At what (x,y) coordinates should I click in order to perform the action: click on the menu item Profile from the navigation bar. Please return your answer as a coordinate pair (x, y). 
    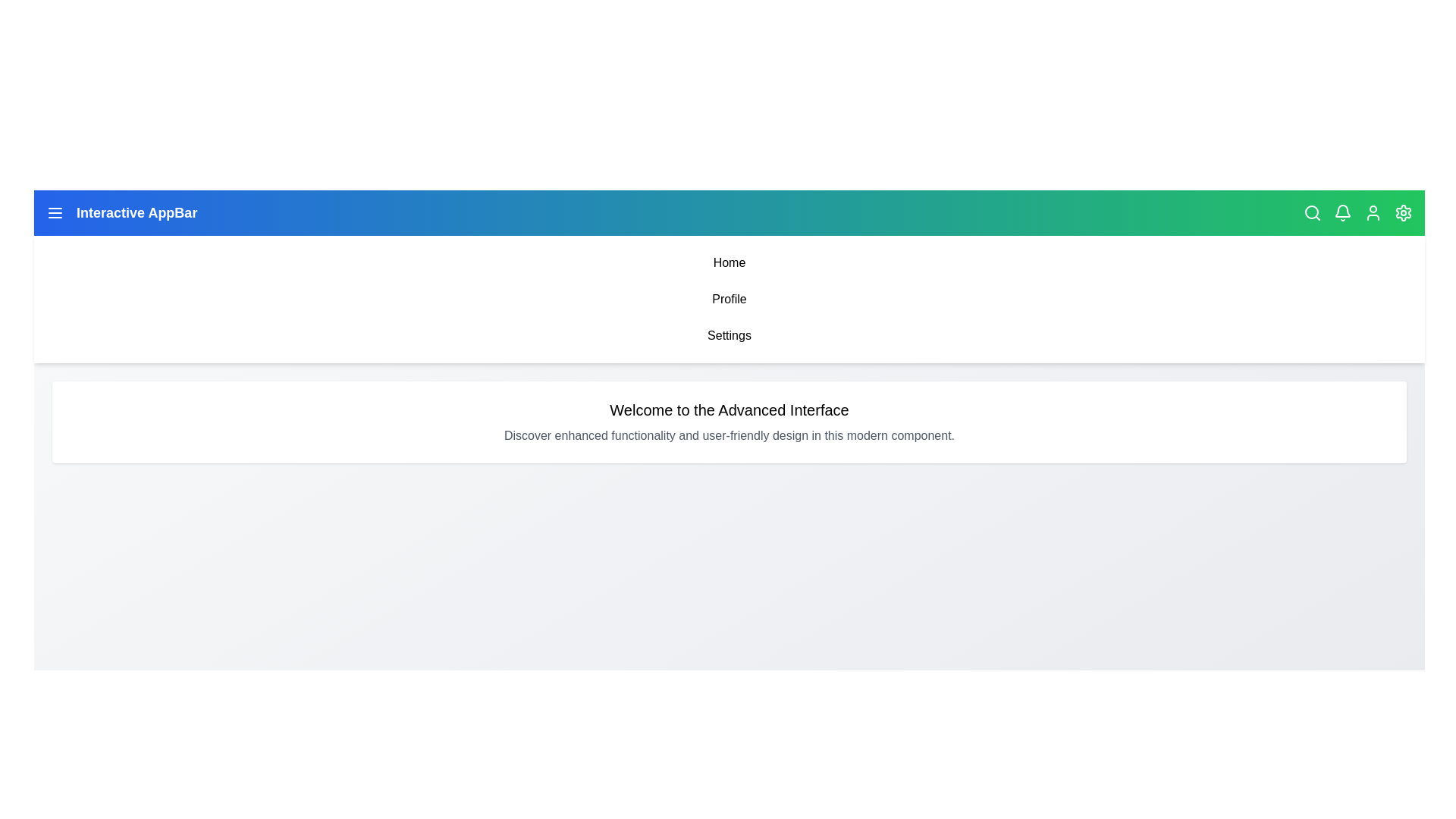
    Looking at the image, I should click on (729, 299).